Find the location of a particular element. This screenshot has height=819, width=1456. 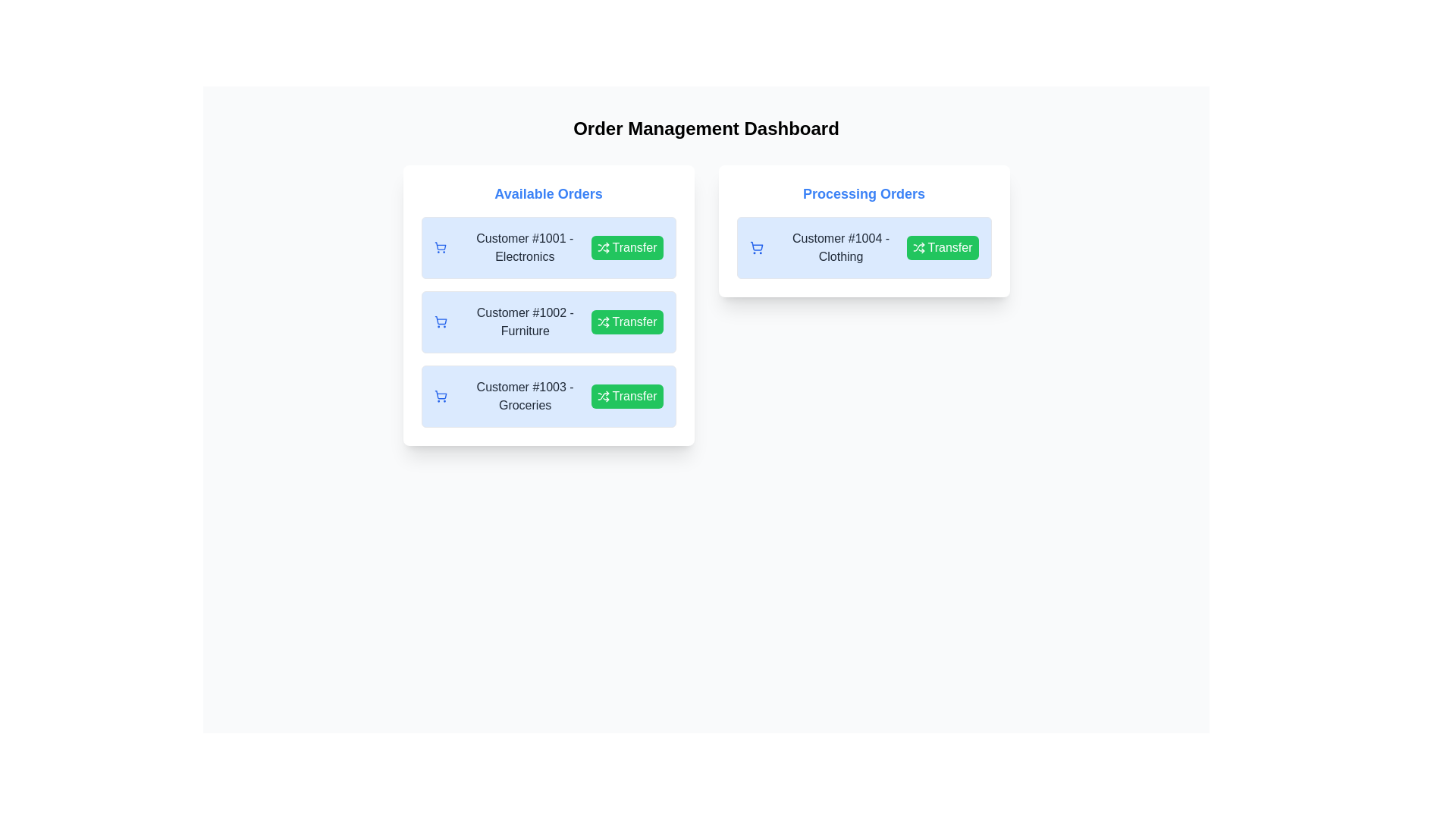

the shuffle icon located to the left of the 'Transfer' button, which features two overlapping curved arrows in a minimalistic design is located at coordinates (602, 321).